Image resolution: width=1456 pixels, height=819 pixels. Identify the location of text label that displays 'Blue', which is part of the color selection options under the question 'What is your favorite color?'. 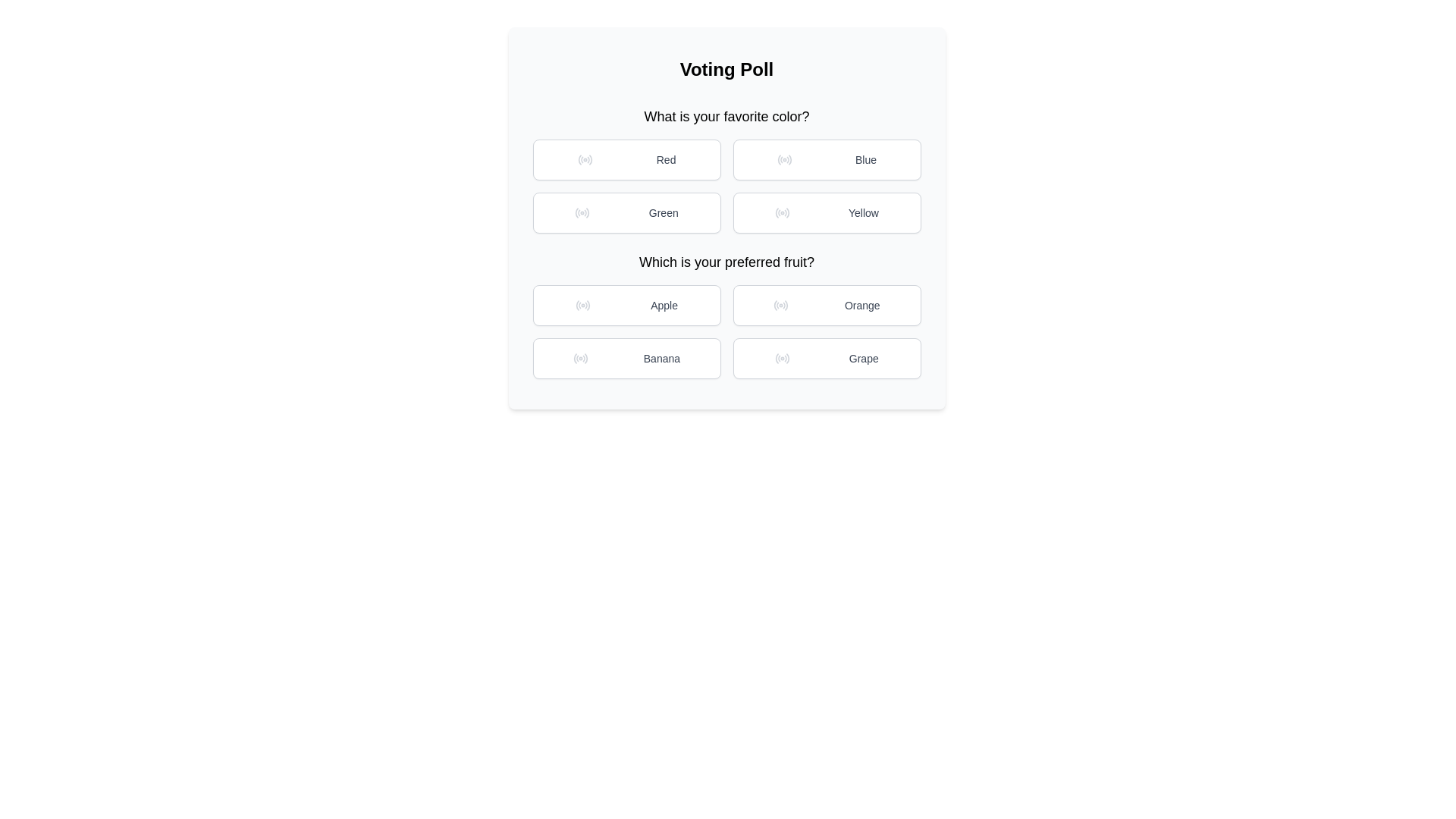
(866, 160).